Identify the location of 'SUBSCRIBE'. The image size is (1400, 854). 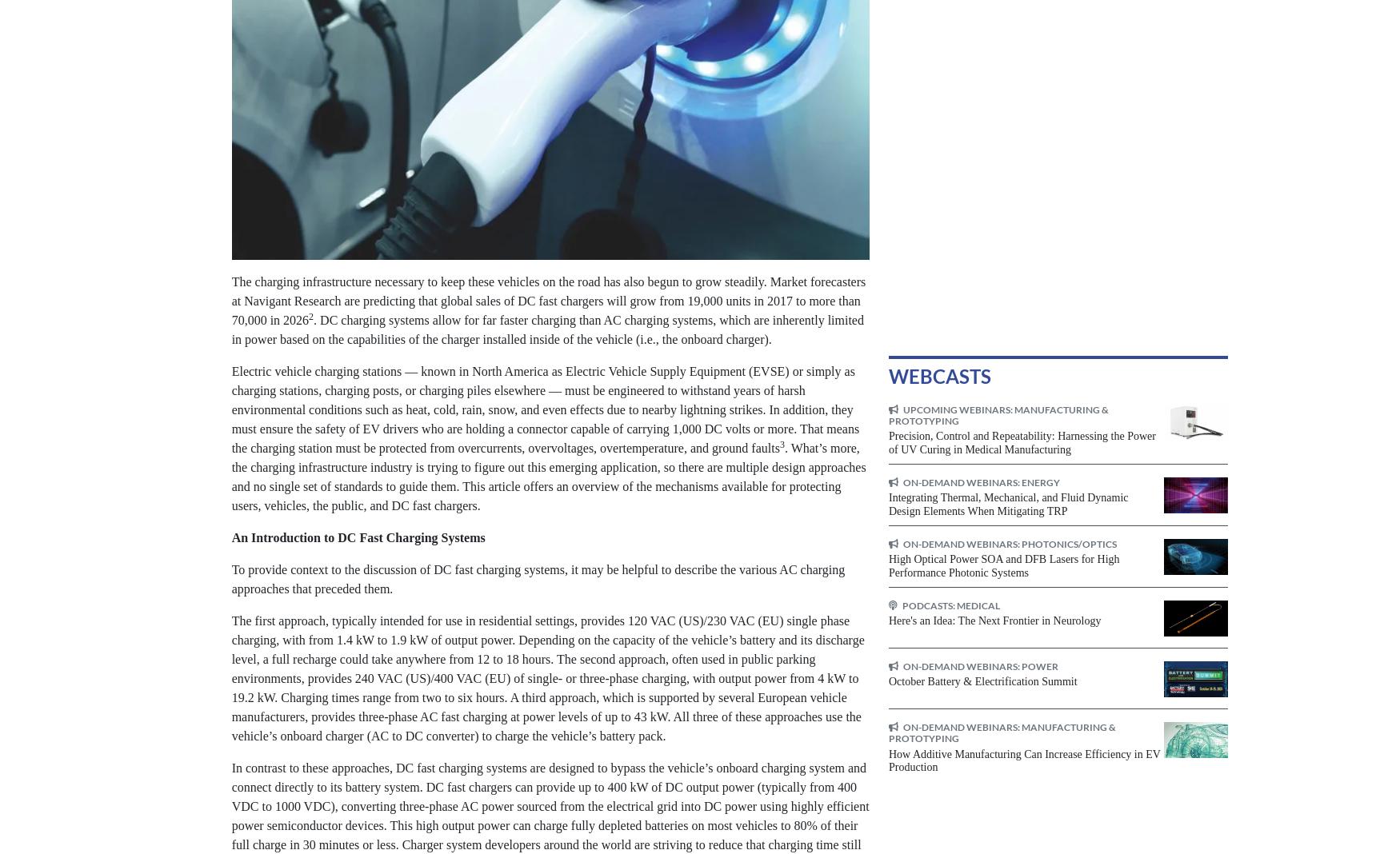
(573, 126).